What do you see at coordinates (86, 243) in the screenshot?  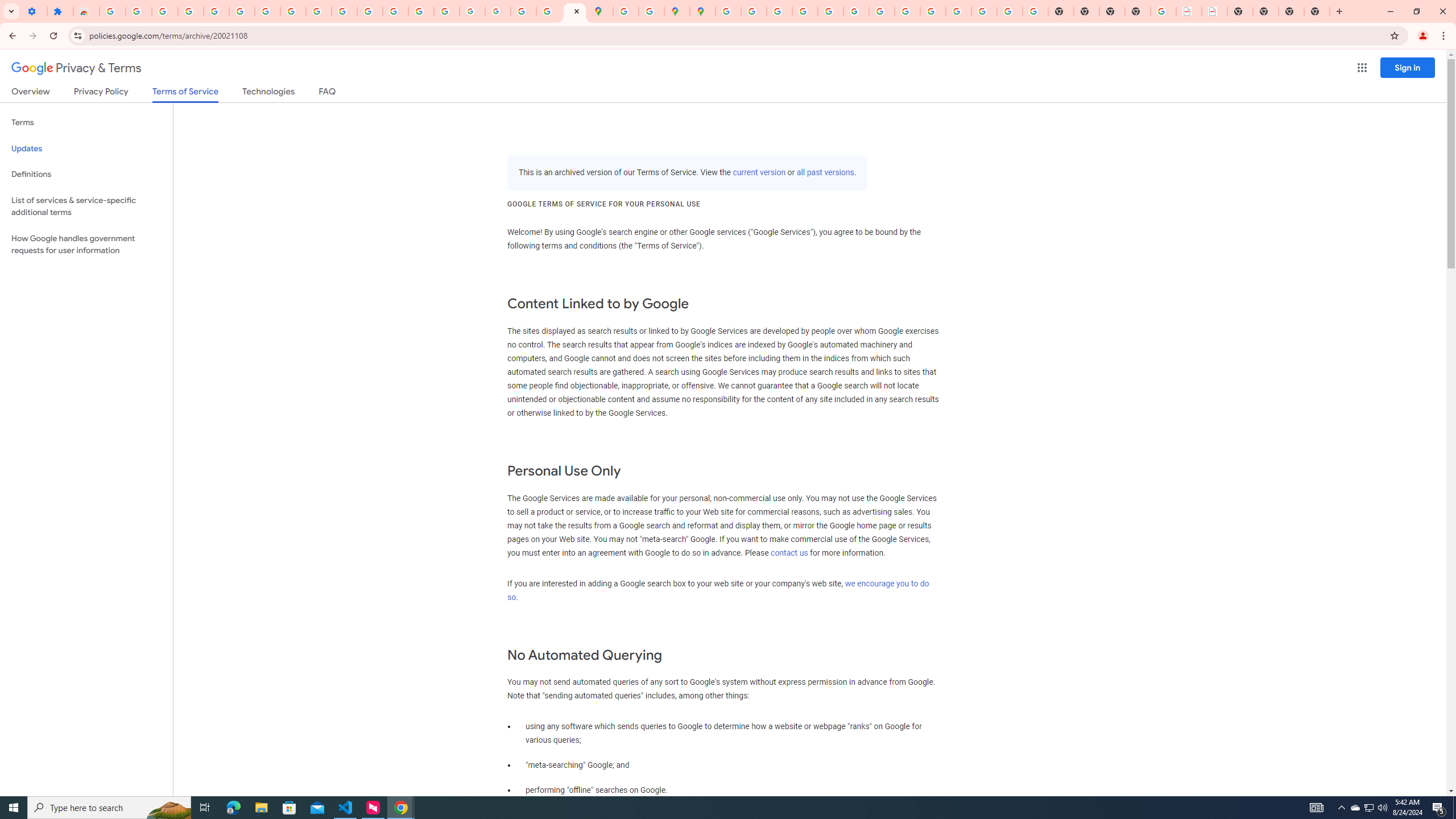 I see `'How Google handles government requests for user information'` at bounding box center [86, 243].